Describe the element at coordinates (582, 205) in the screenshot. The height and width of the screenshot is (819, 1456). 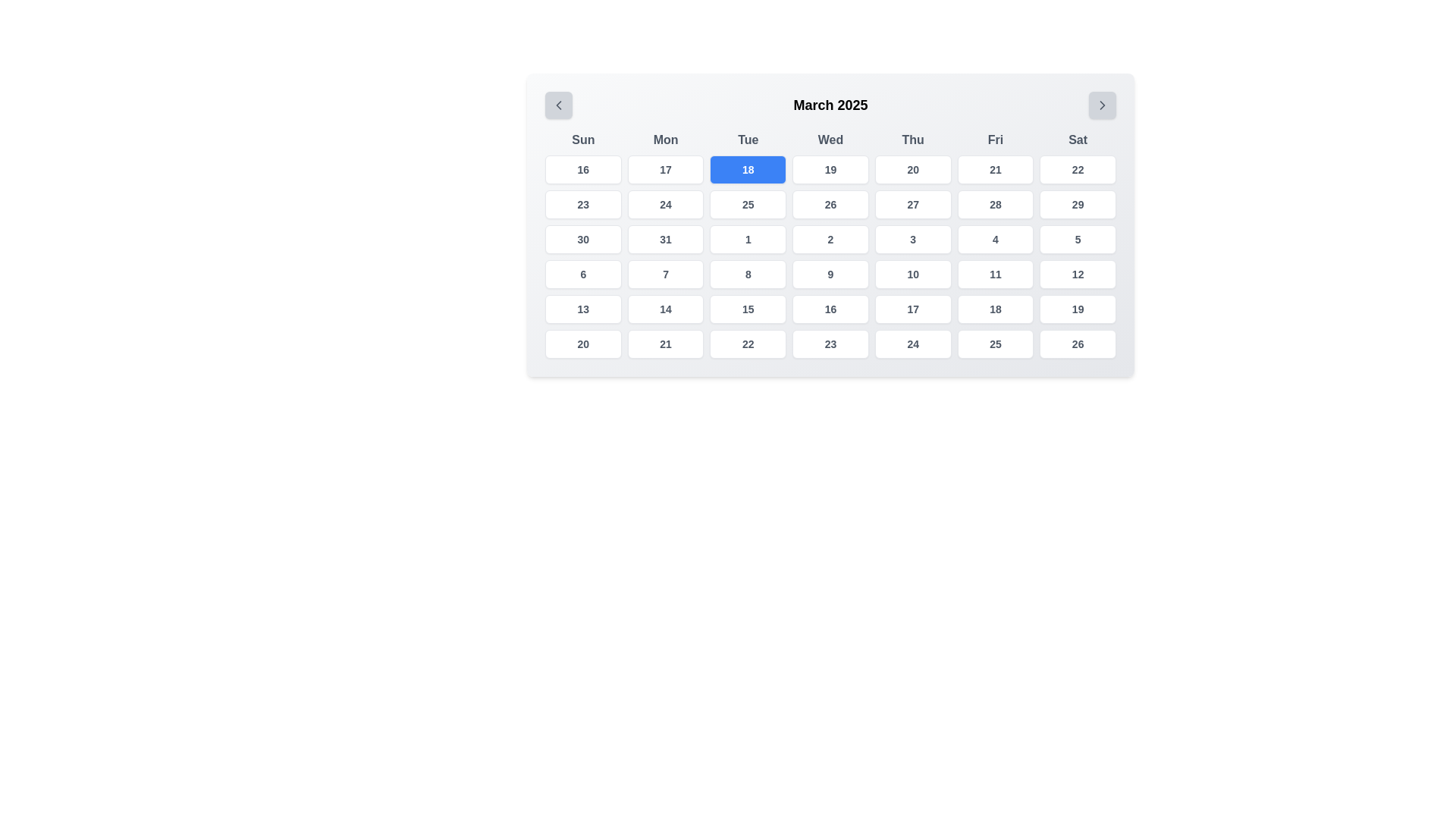
I see `the button element representing the date '23'` at that location.